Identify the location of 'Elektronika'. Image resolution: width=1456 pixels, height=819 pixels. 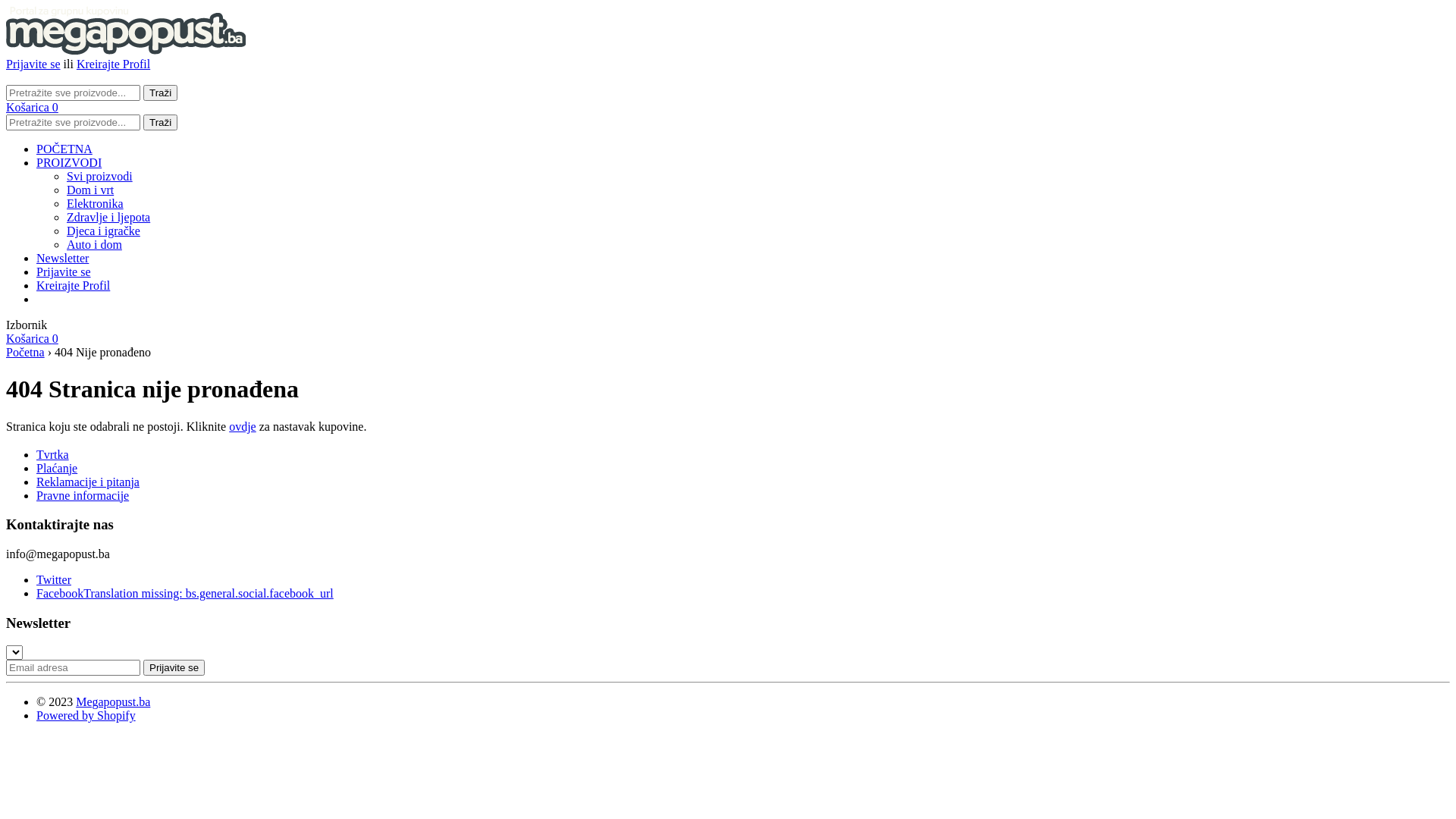
(94, 202).